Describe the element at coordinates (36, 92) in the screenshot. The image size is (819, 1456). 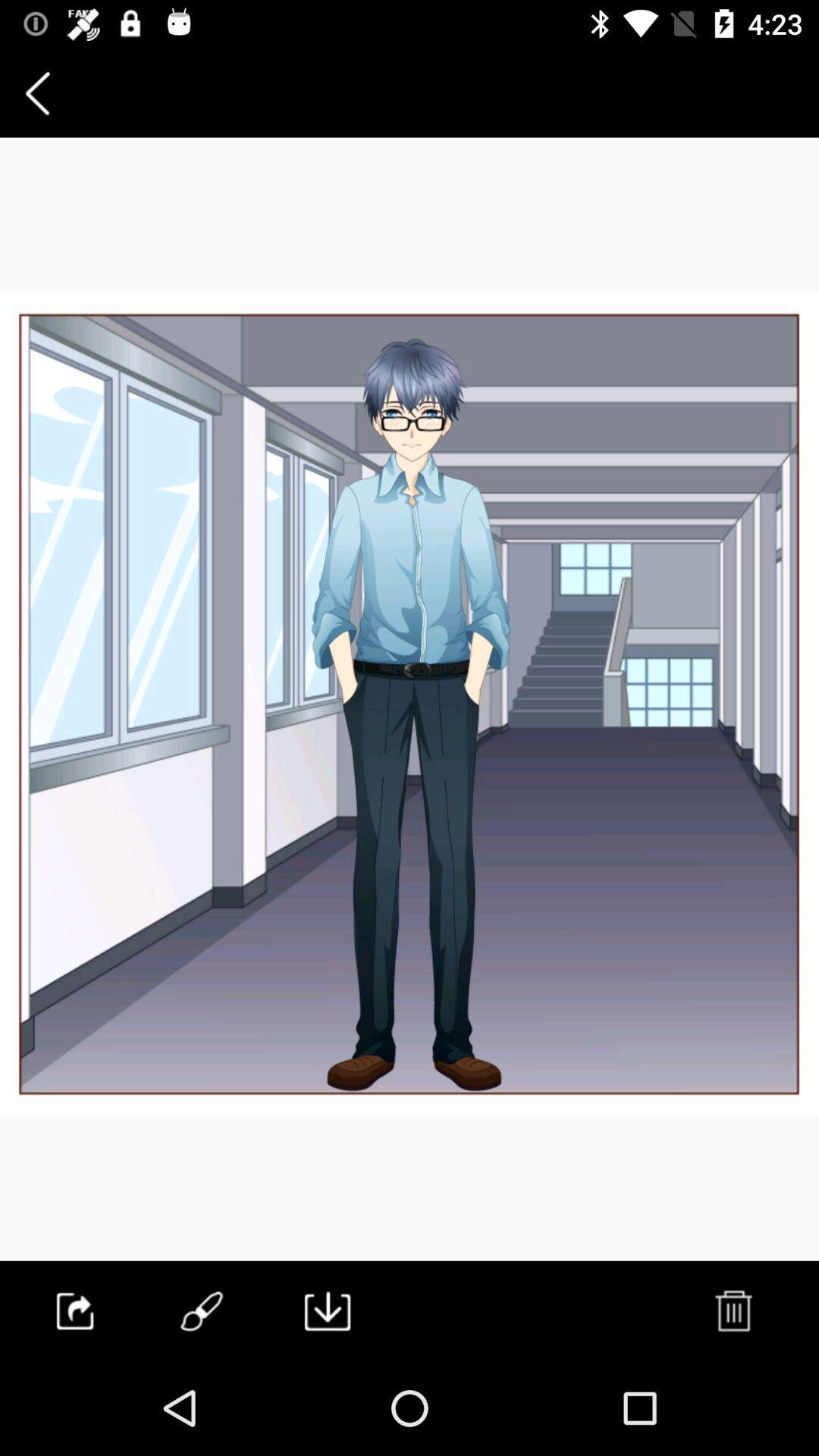
I see `the item at the top left corner` at that location.